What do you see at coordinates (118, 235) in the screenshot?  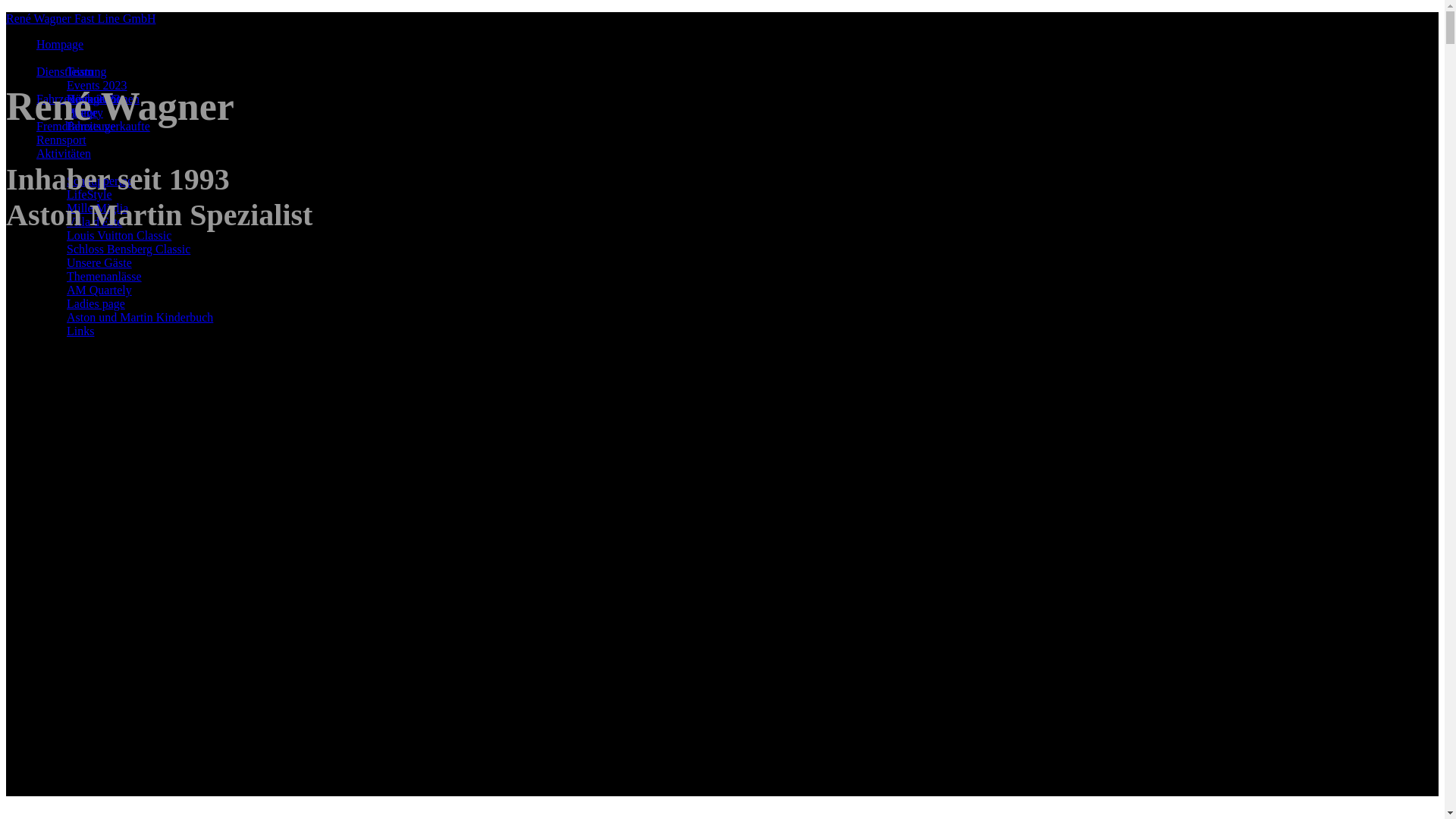 I see `'Louis Vuitton Classic'` at bounding box center [118, 235].